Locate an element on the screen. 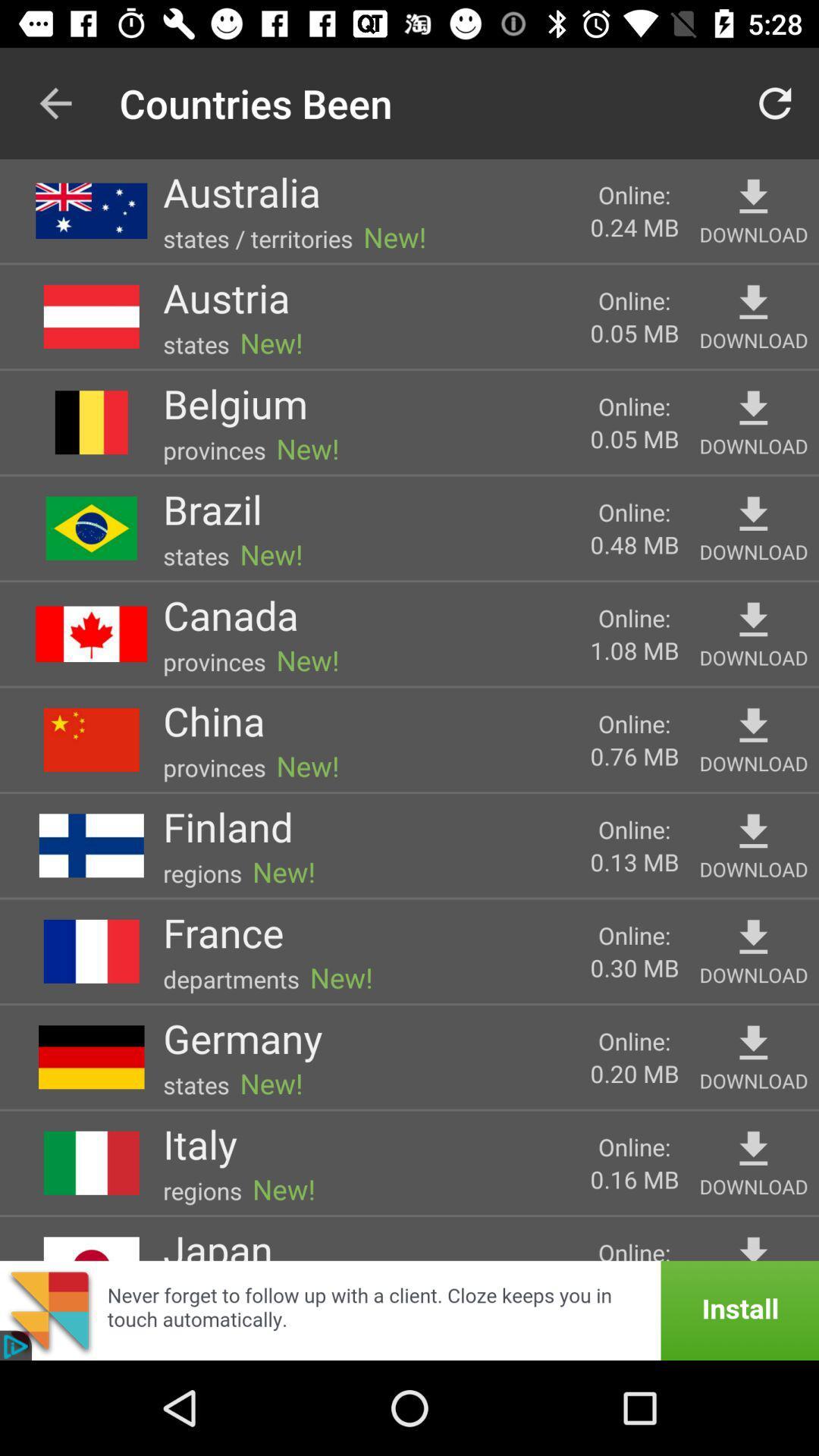 The height and width of the screenshot is (1456, 819). switch to download is located at coordinates (753, 514).